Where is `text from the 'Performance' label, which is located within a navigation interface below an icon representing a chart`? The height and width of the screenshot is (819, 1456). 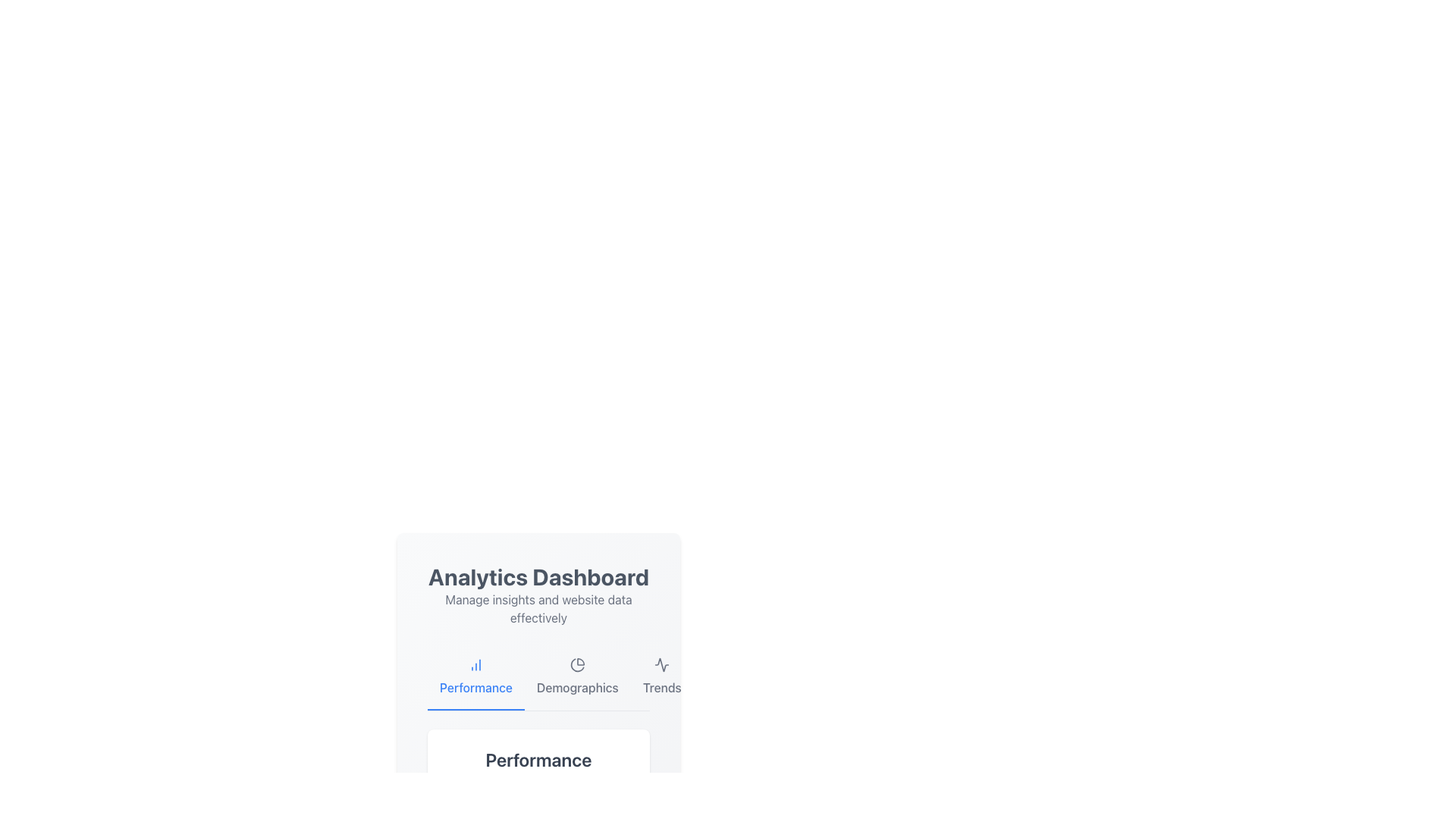 text from the 'Performance' label, which is located within a navigation interface below an icon representing a chart is located at coordinates (475, 687).